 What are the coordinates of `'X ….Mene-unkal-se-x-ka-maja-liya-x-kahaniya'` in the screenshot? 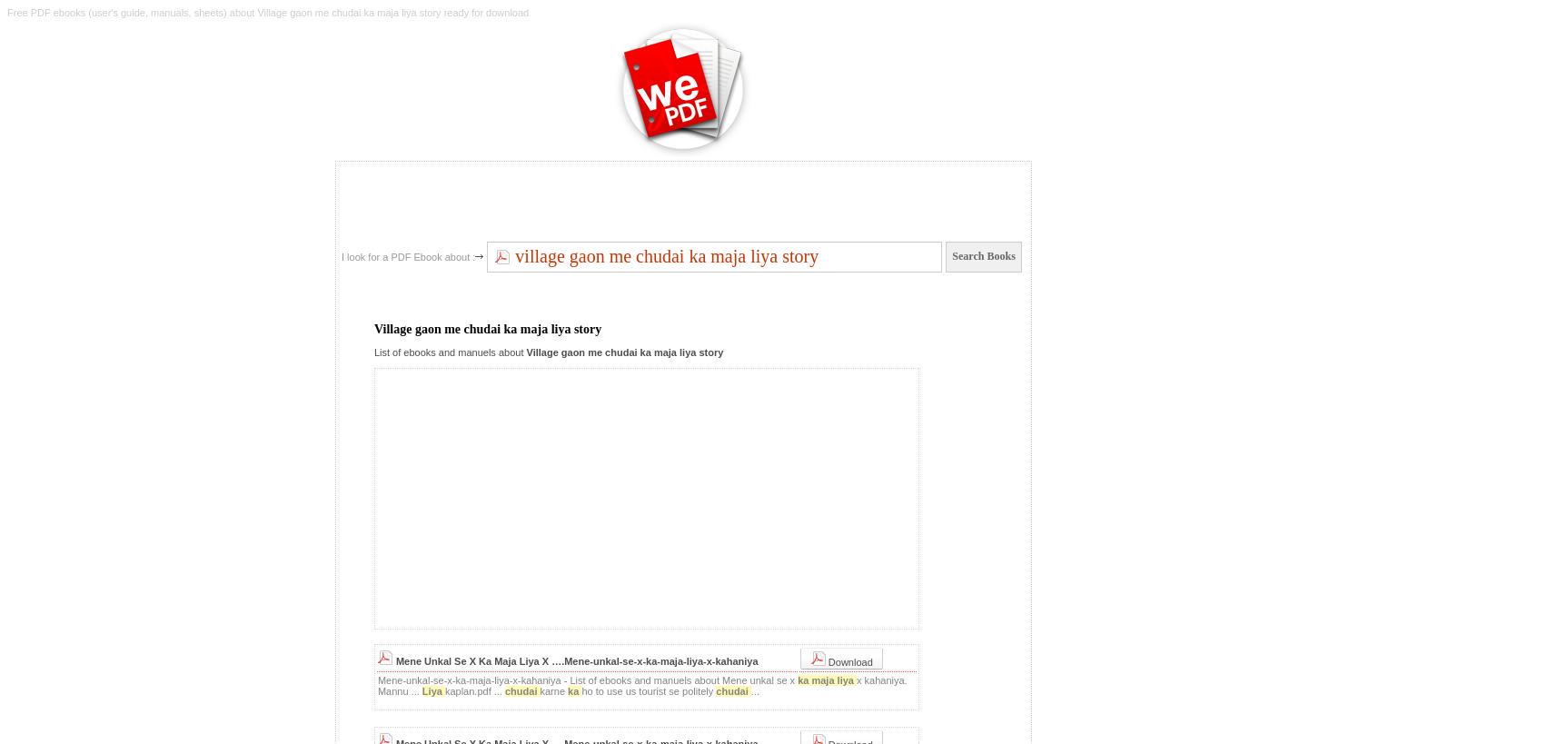 It's located at (650, 660).